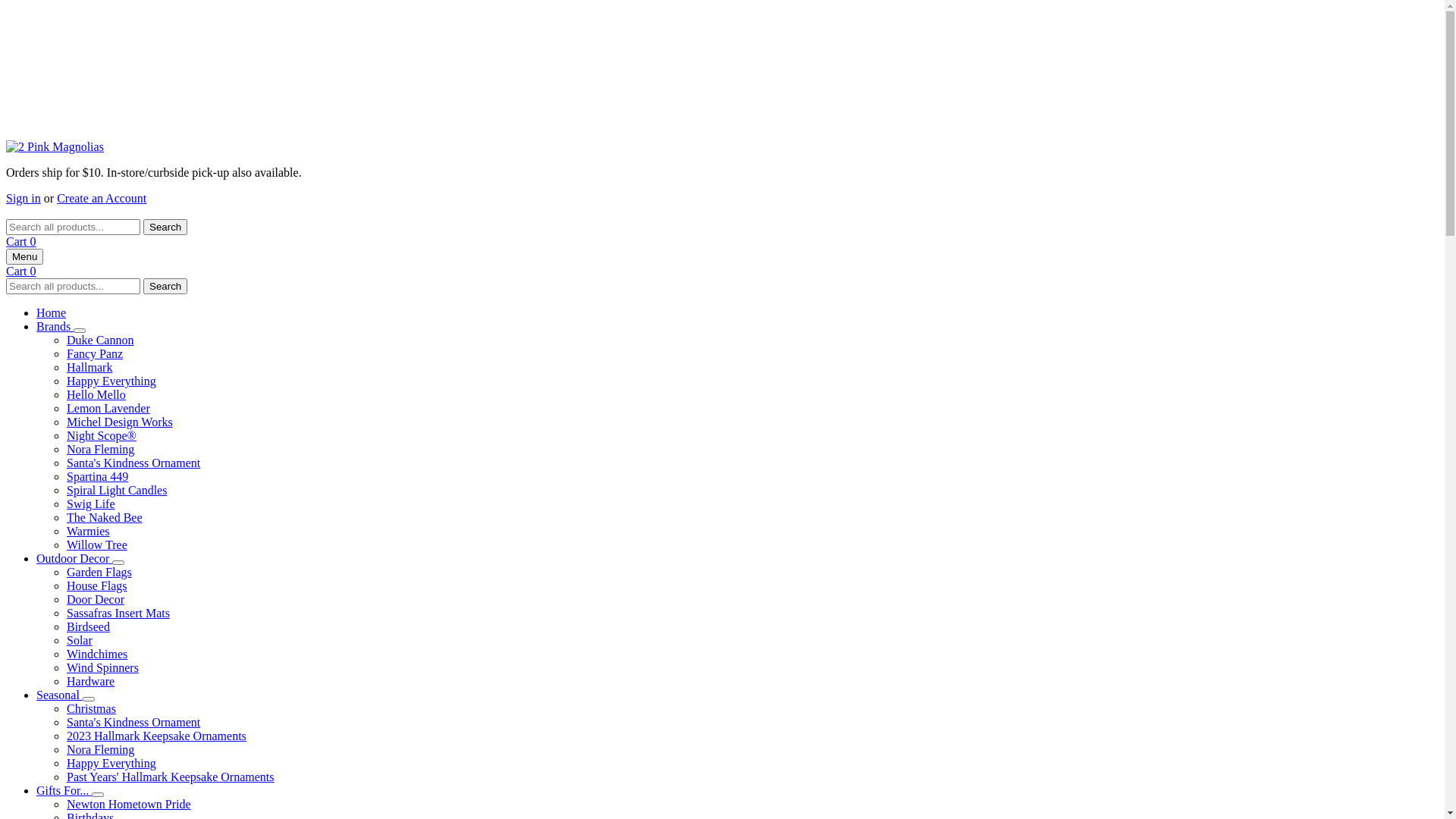 The height and width of the screenshot is (819, 1456). What do you see at coordinates (90, 708) in the screenshot?
I see `'Christmas'` at bounding box center [90, 708].